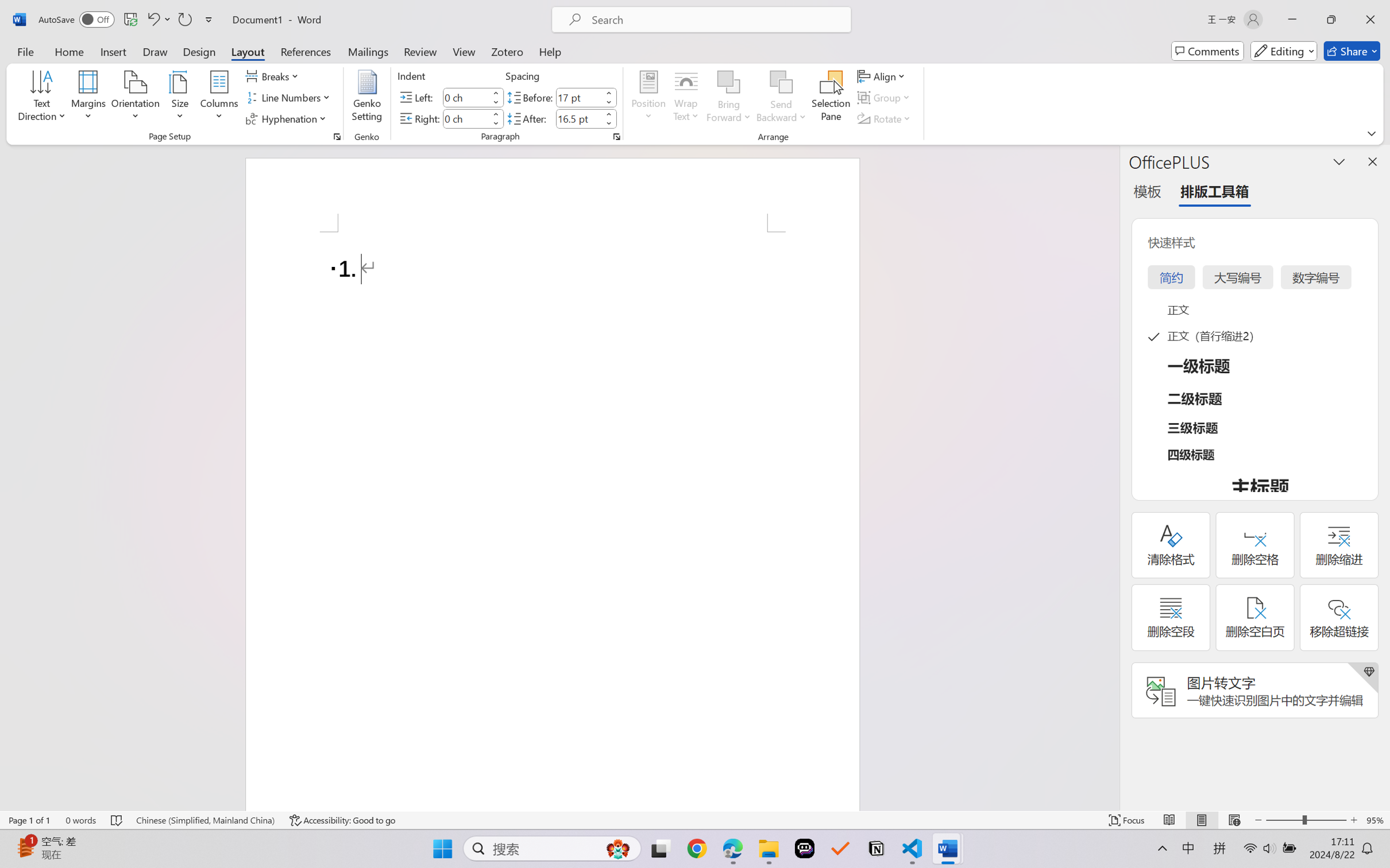 This screenshot has width=1390, height=868. I want to click on 'Margins', so click(88, 98).